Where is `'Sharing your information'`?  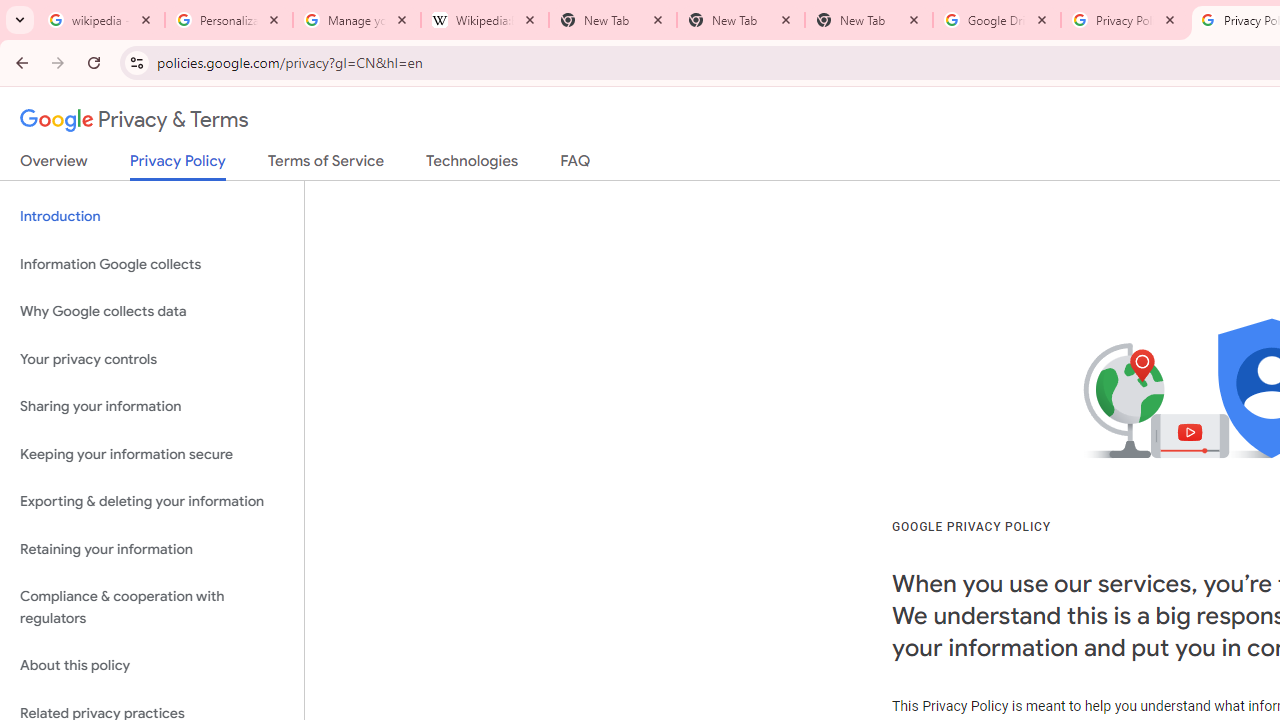
'Sharing your information' is located at coordinates (151, 406).